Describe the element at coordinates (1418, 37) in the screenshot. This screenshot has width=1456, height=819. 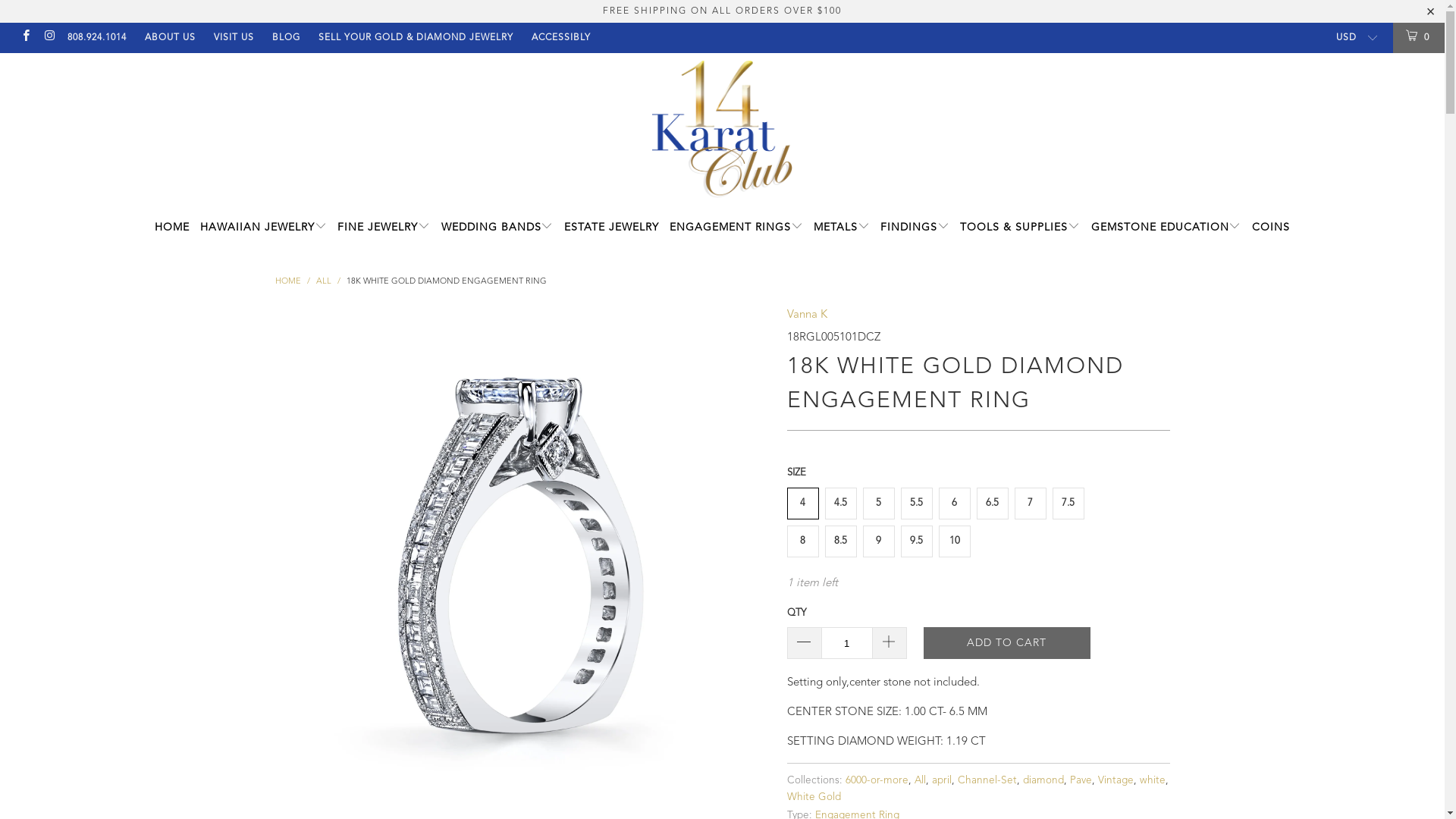
I see `'0'` at that location.